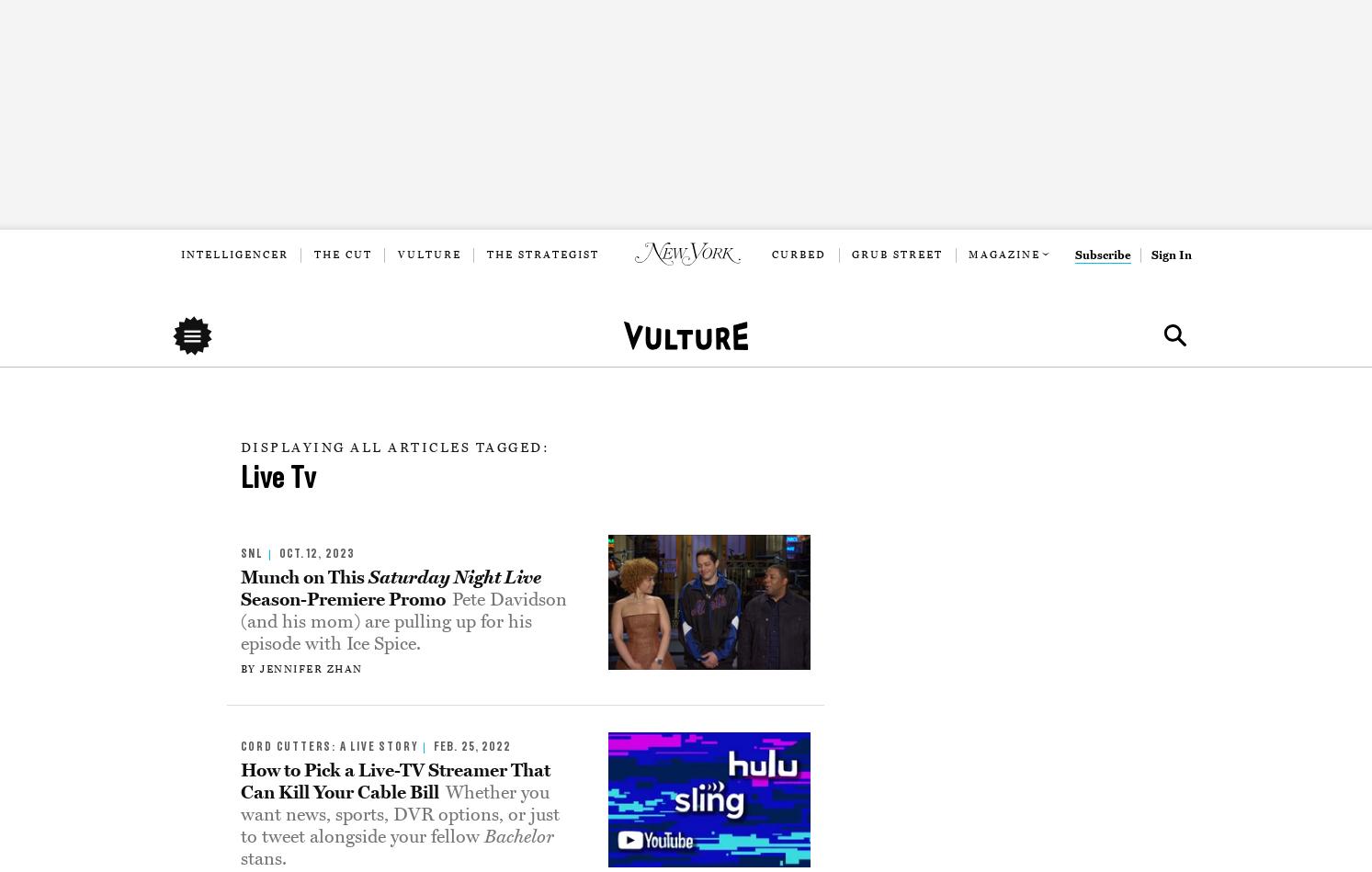  Describe the element at coordinates (312, 253) in the screenshot. I see `'The Cut'` at that location.